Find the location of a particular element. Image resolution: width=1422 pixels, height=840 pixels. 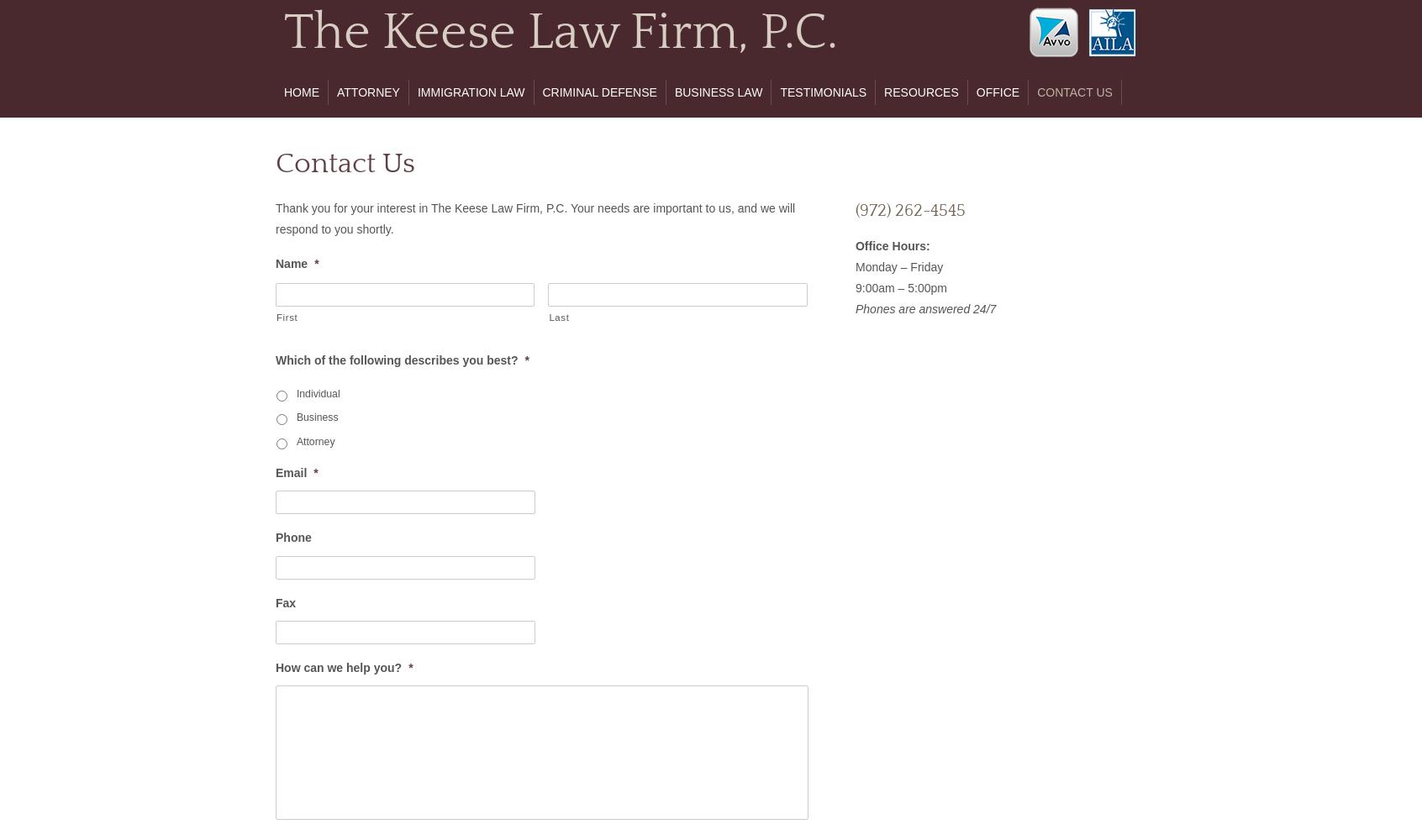

'Business' is located at coordinates (316, 417).